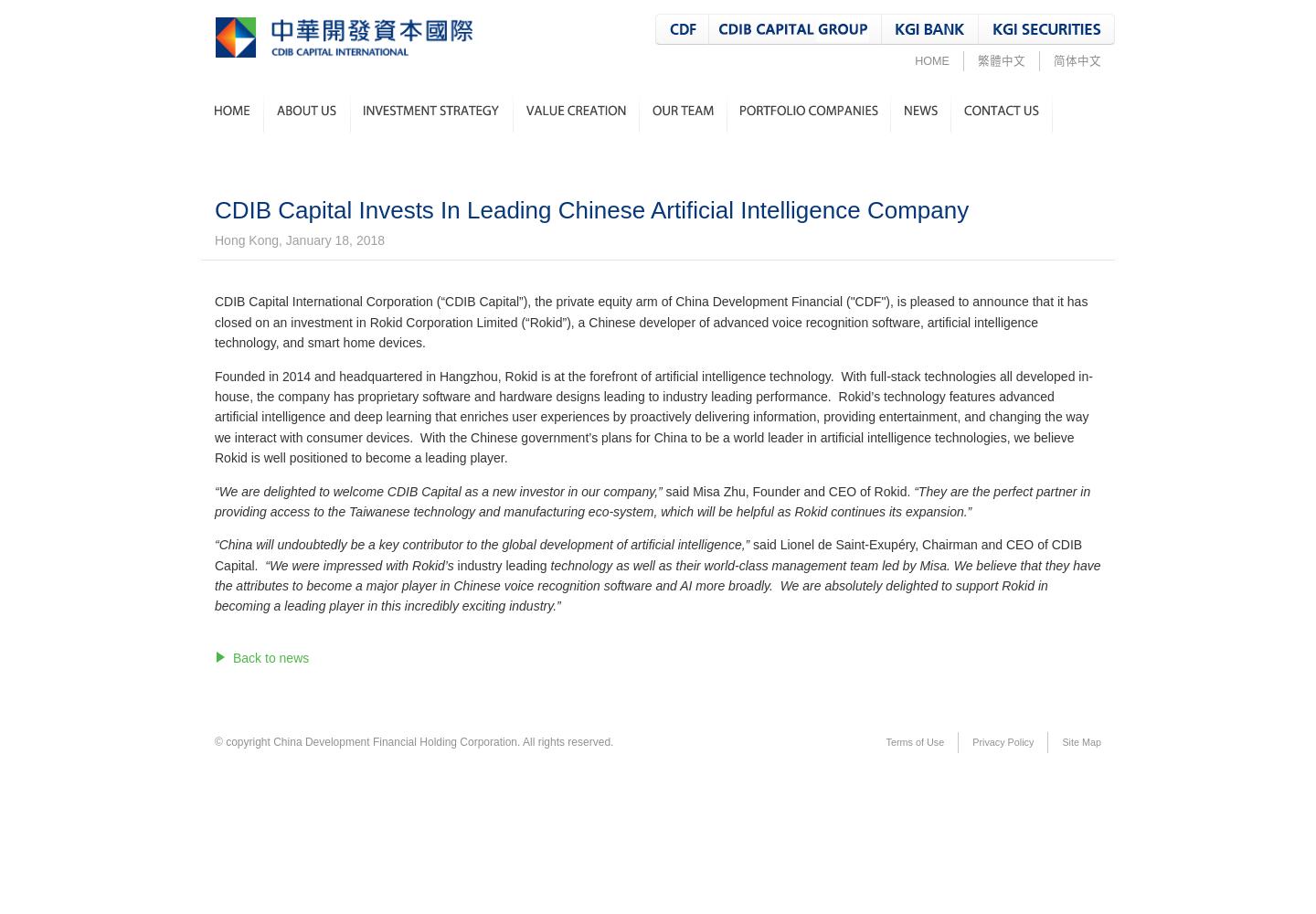 The height and width of the screenshot is (914, 1316). I want to click on '“We were impressed with Rokid’s', so click(359, 564).